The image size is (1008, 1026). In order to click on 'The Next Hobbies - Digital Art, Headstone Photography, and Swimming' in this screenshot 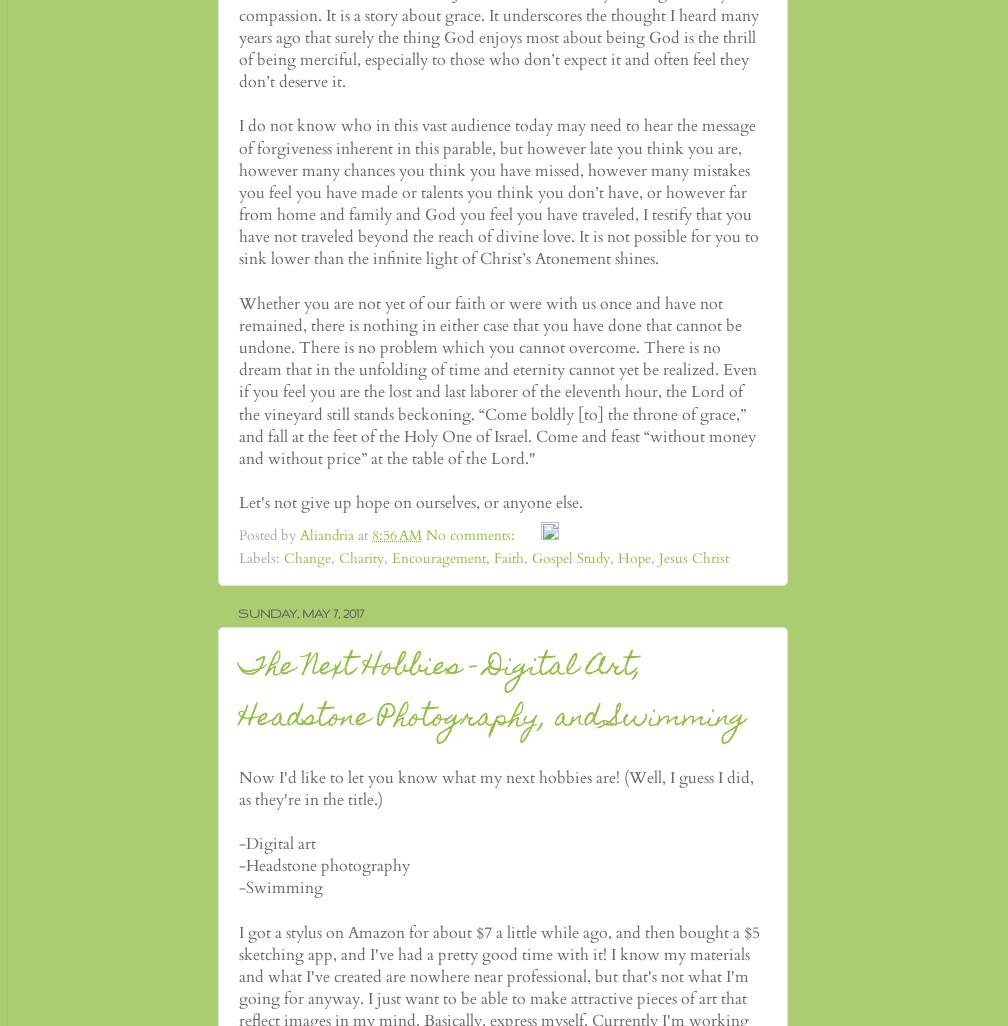, I will do `click(493, 691)`.